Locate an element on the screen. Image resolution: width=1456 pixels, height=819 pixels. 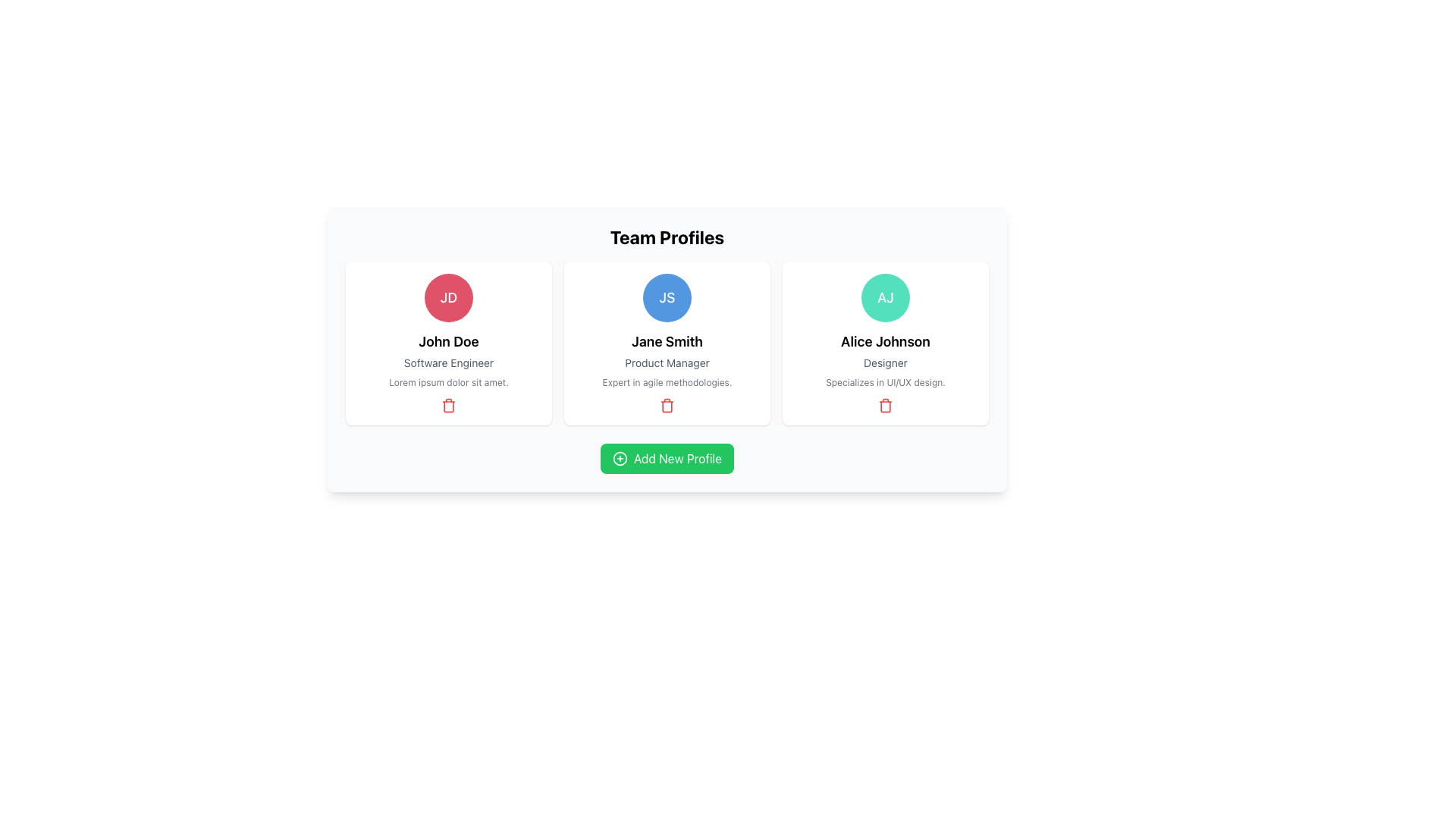
the text label that states 'Expert in agile methodologies.' located beneath the 'Jane Smith' profile card is located at coordinates (667, 382).